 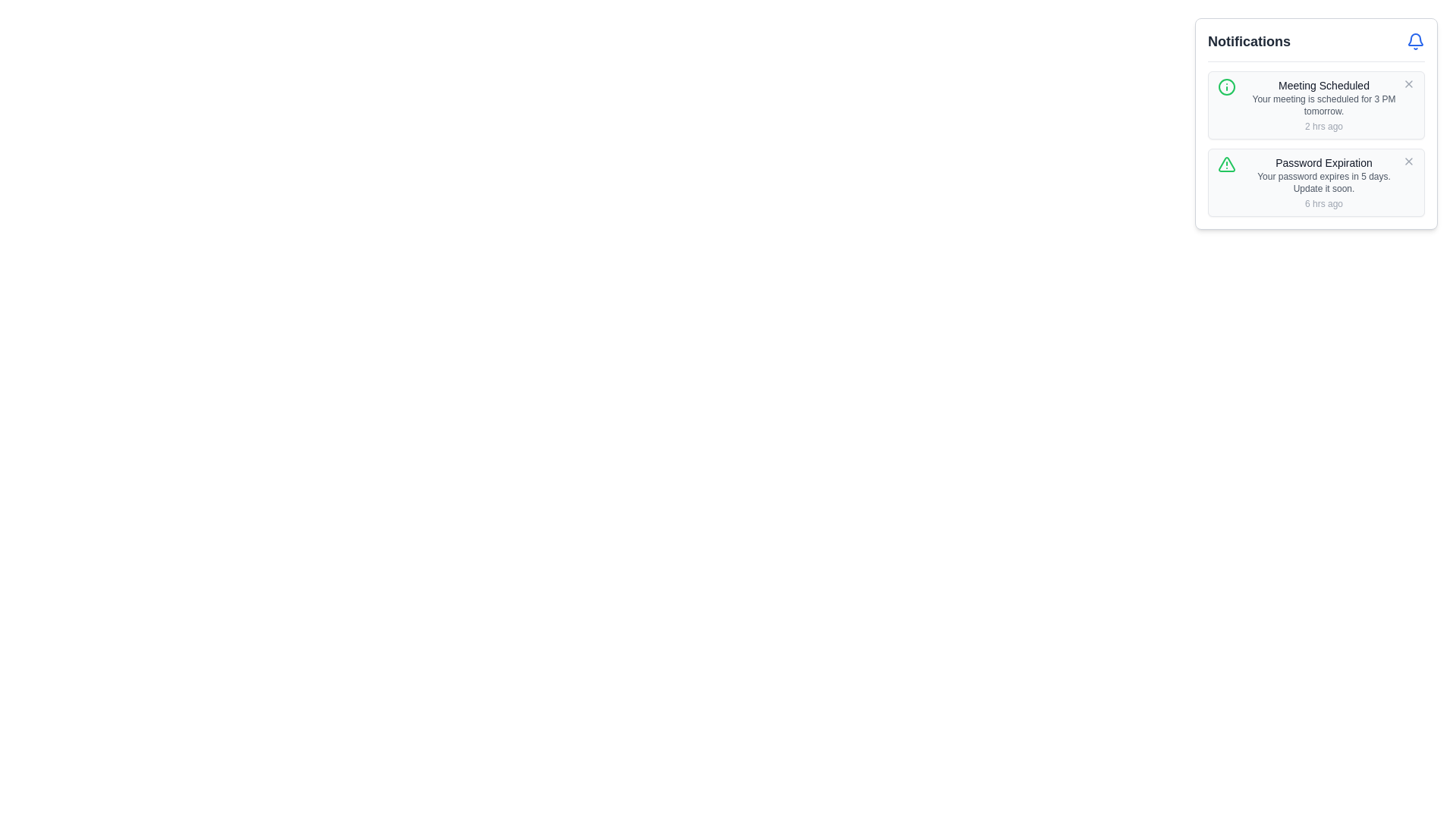 I want to click on text label located beneath the title 'Meeting Scheduled' in the notification section to gather information about the scheduled meeting time, so click(x=1323, y=104).